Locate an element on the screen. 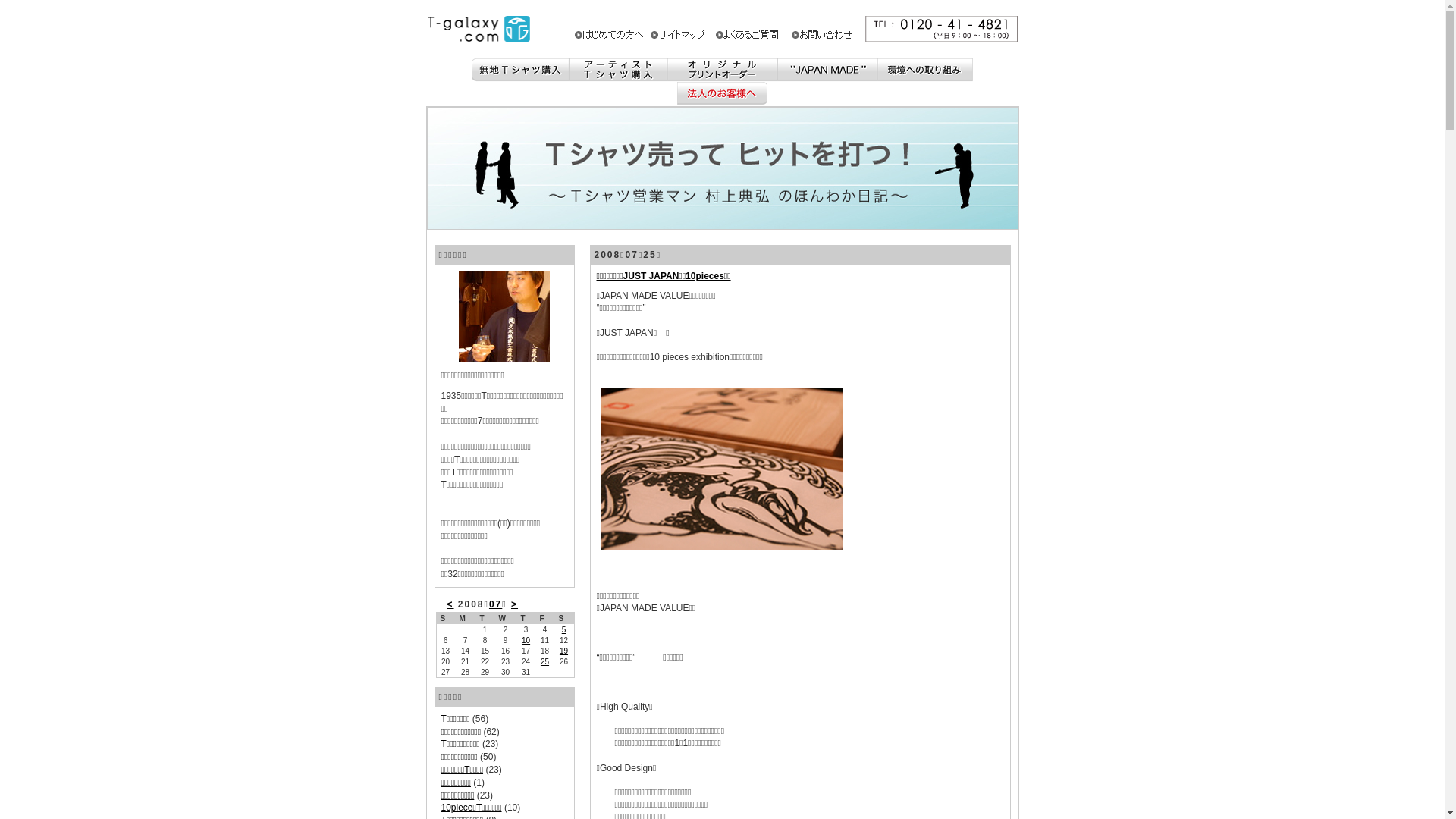 The height and width of the screenshot is (819, 1456). '10' is located at coordinates (526, 640).